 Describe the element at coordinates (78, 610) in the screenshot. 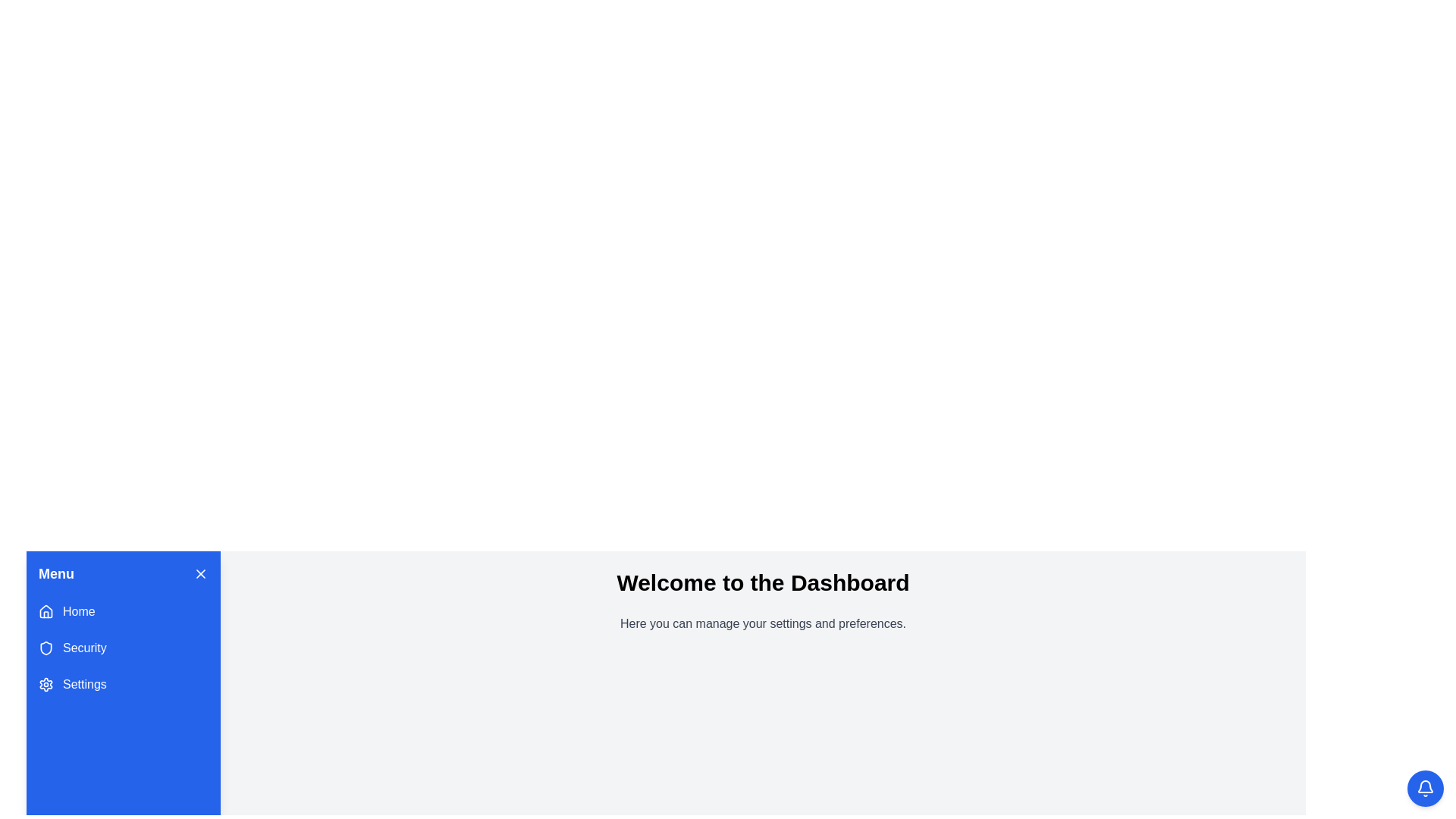

I see `the top-most text label in the left-side navigation menu that acts as a navigation link to the homepage, adjacent to a house icon` at that location.